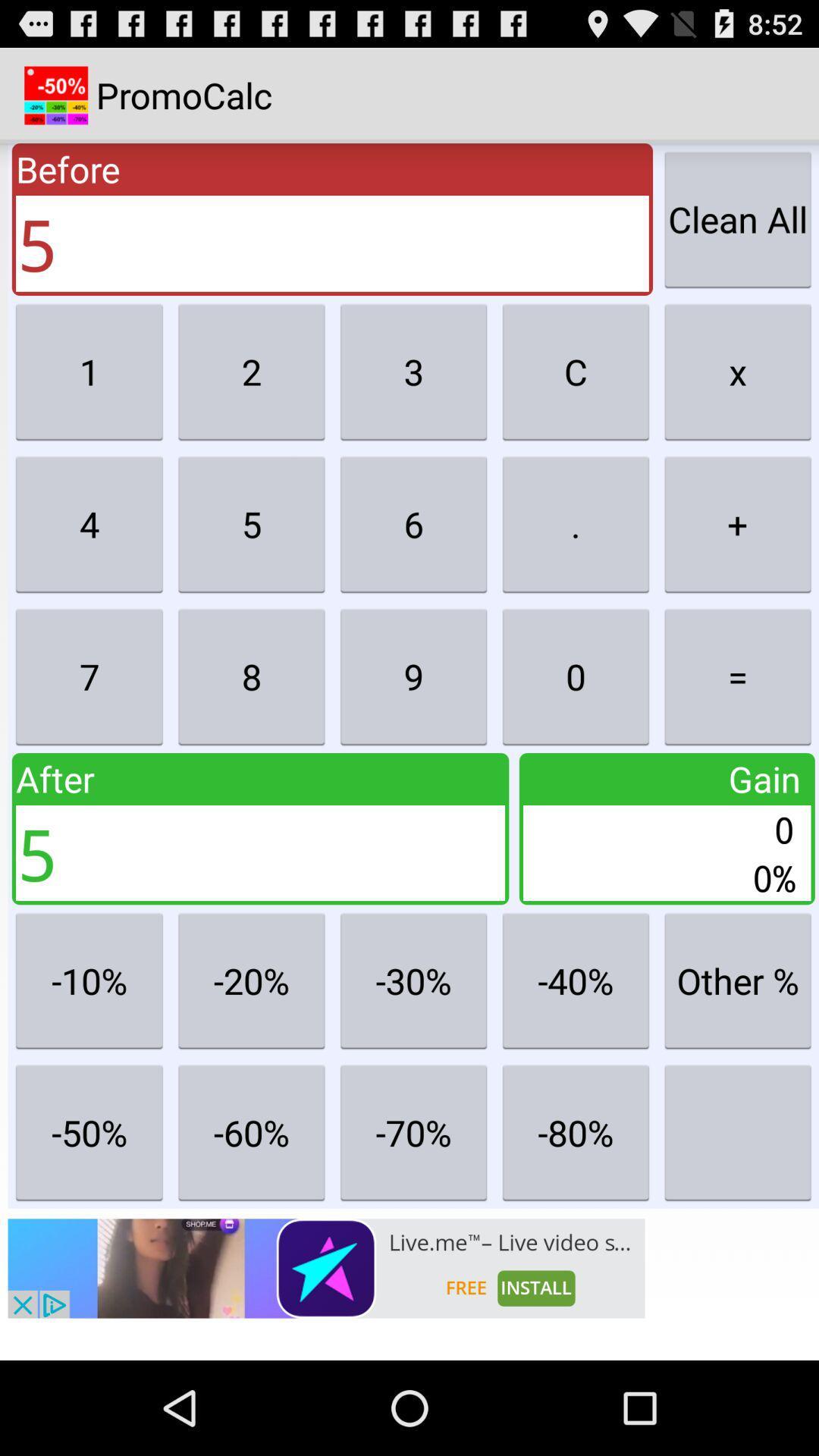 The width and height of the screenshot is (819, 1456). Describe the element at coordinates (89, 524) in the screenshot. I see `number 4` at that location.